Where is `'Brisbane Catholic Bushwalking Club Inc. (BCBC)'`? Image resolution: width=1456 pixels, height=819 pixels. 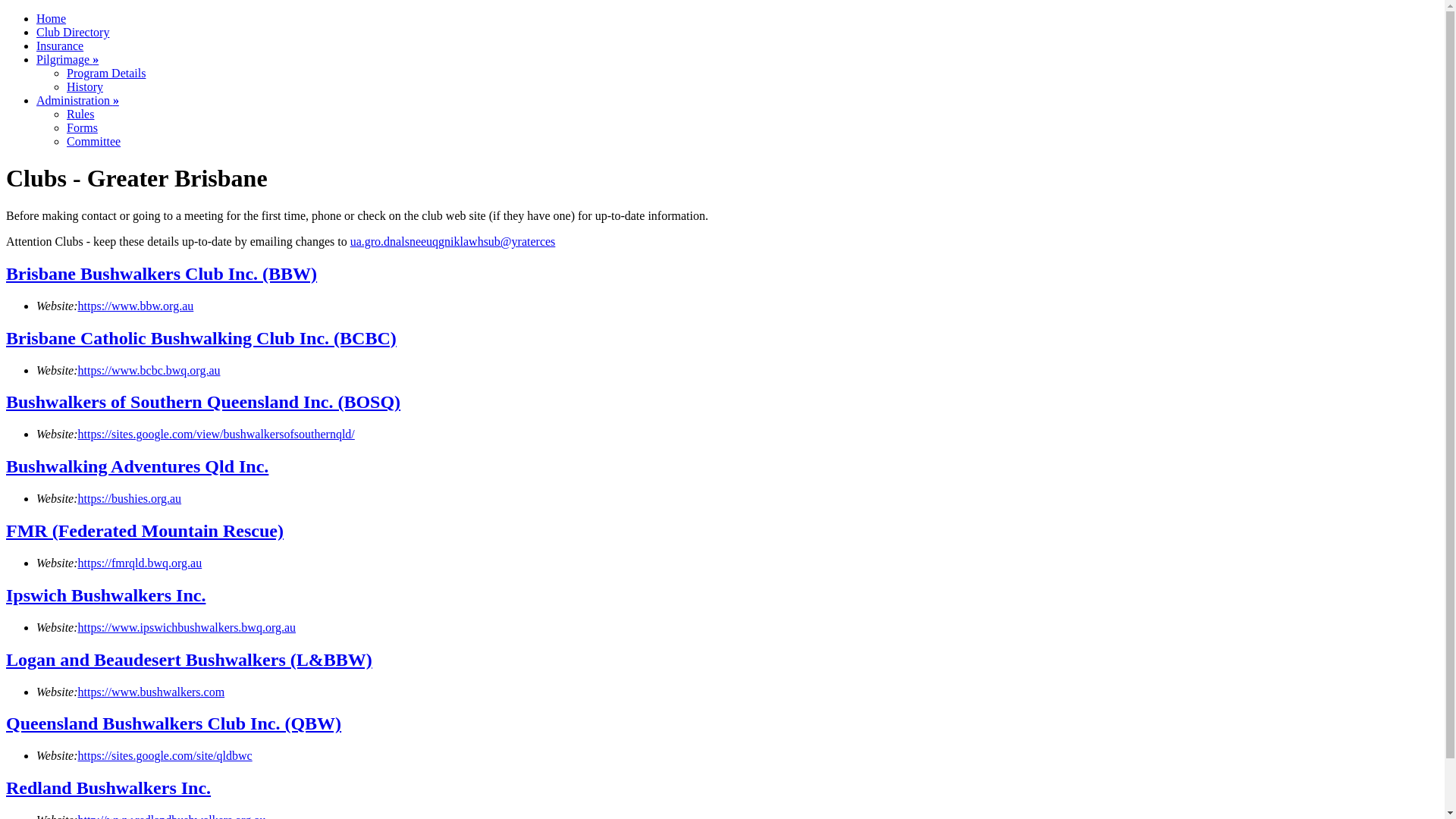 'Brisbane Catholic Bushwalking Club Inc. (BCBC)' is located at coordinates (200, 337).